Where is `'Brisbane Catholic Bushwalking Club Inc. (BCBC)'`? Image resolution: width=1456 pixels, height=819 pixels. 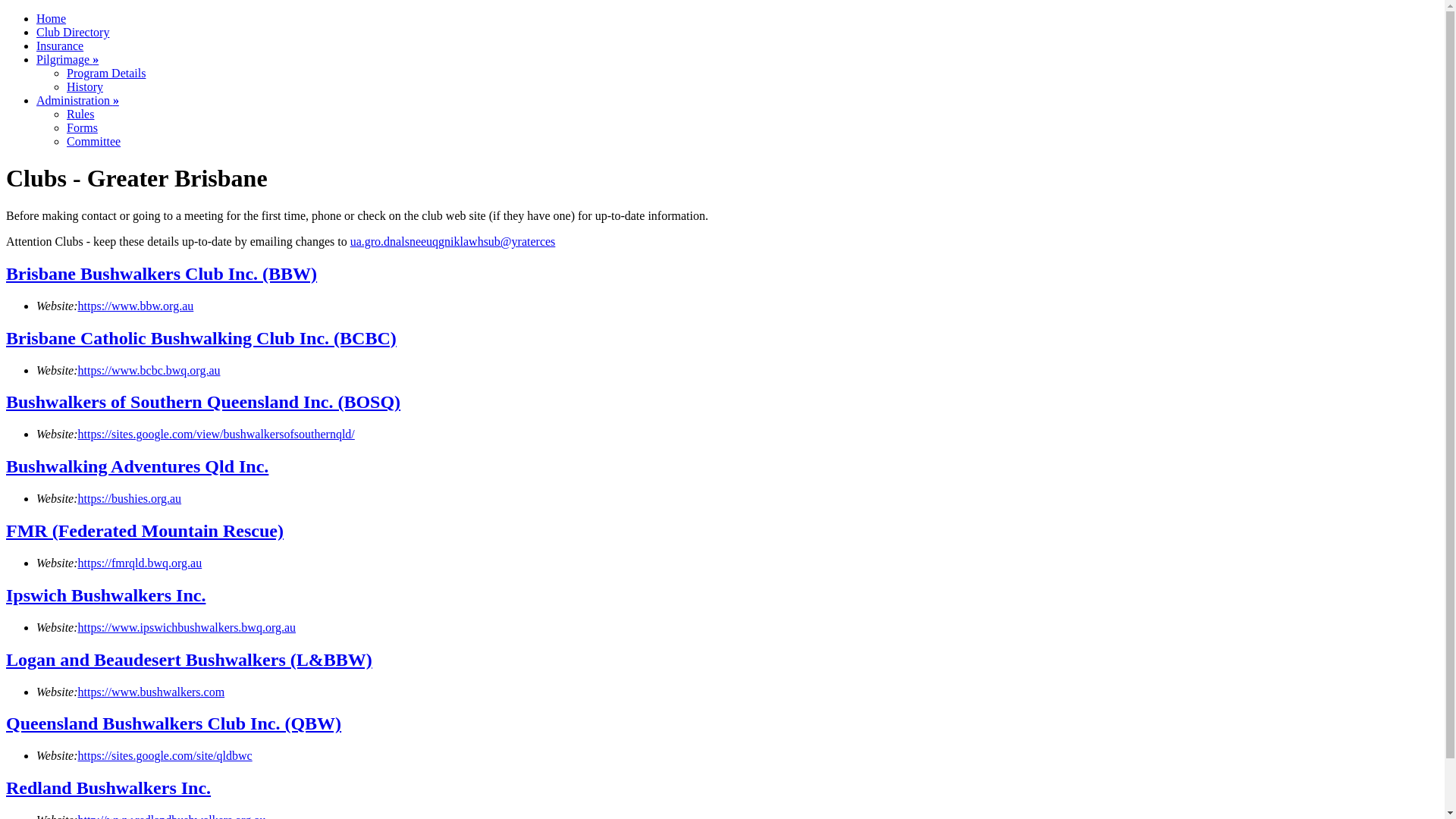 'Brisbane Catholic Bushwalking Club Inc. (BCBC)' is located at coordinates (200, 337).